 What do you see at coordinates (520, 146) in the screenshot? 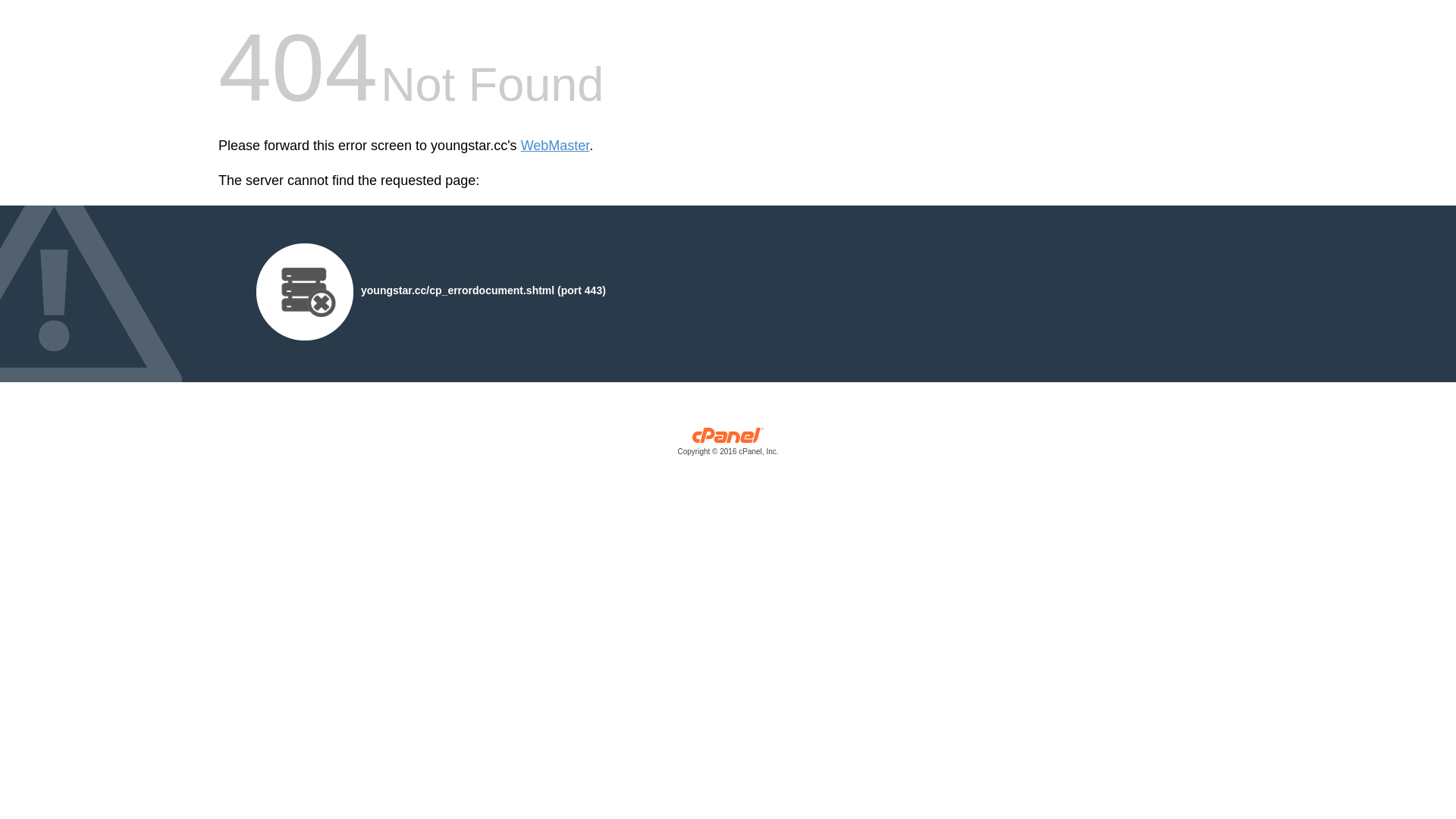
I see `'WebMaster'` at bounding box center [520, 146].